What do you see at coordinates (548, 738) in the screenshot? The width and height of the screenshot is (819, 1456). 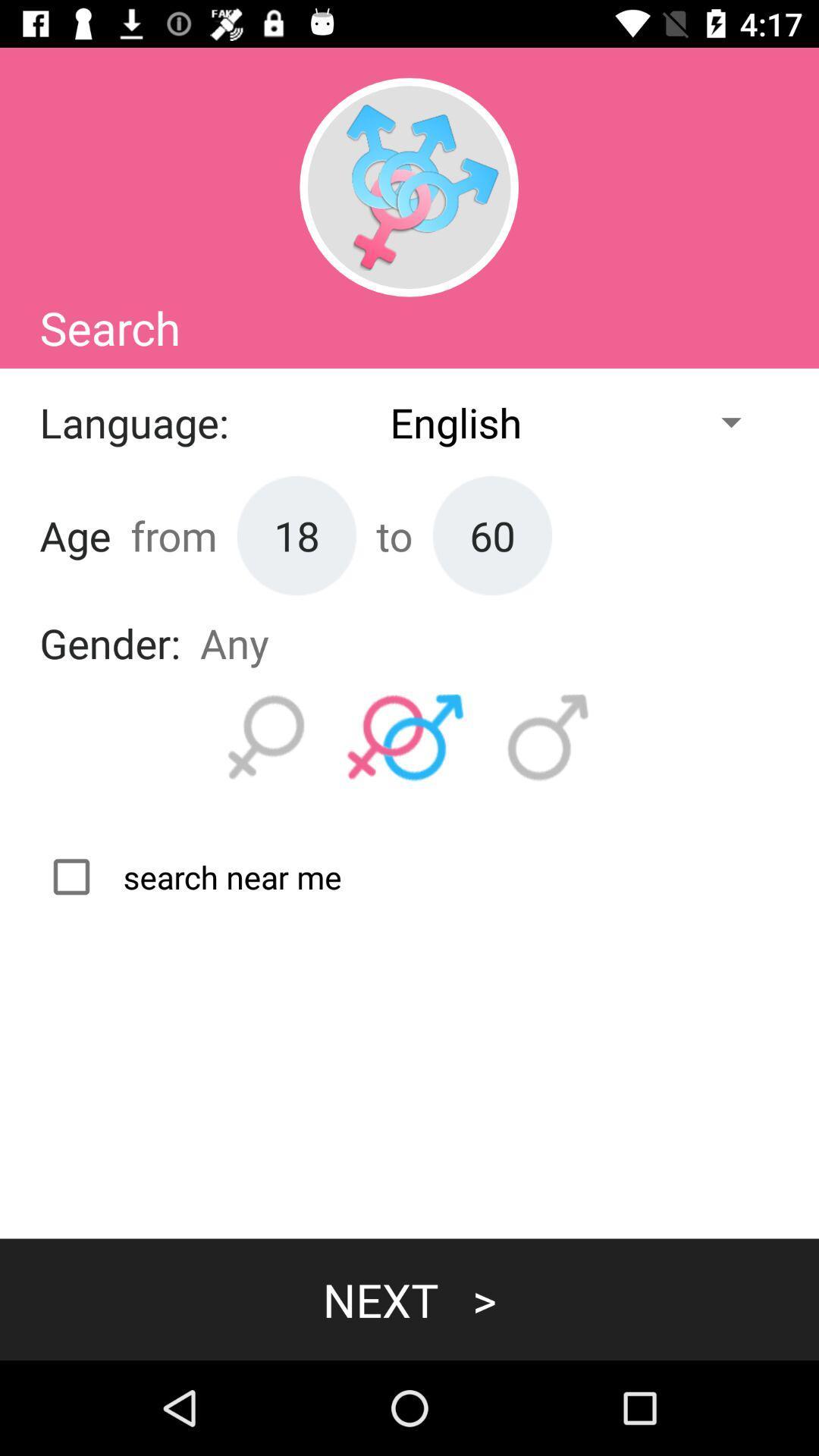 I see `gender male` at bounding box center [548, 738].